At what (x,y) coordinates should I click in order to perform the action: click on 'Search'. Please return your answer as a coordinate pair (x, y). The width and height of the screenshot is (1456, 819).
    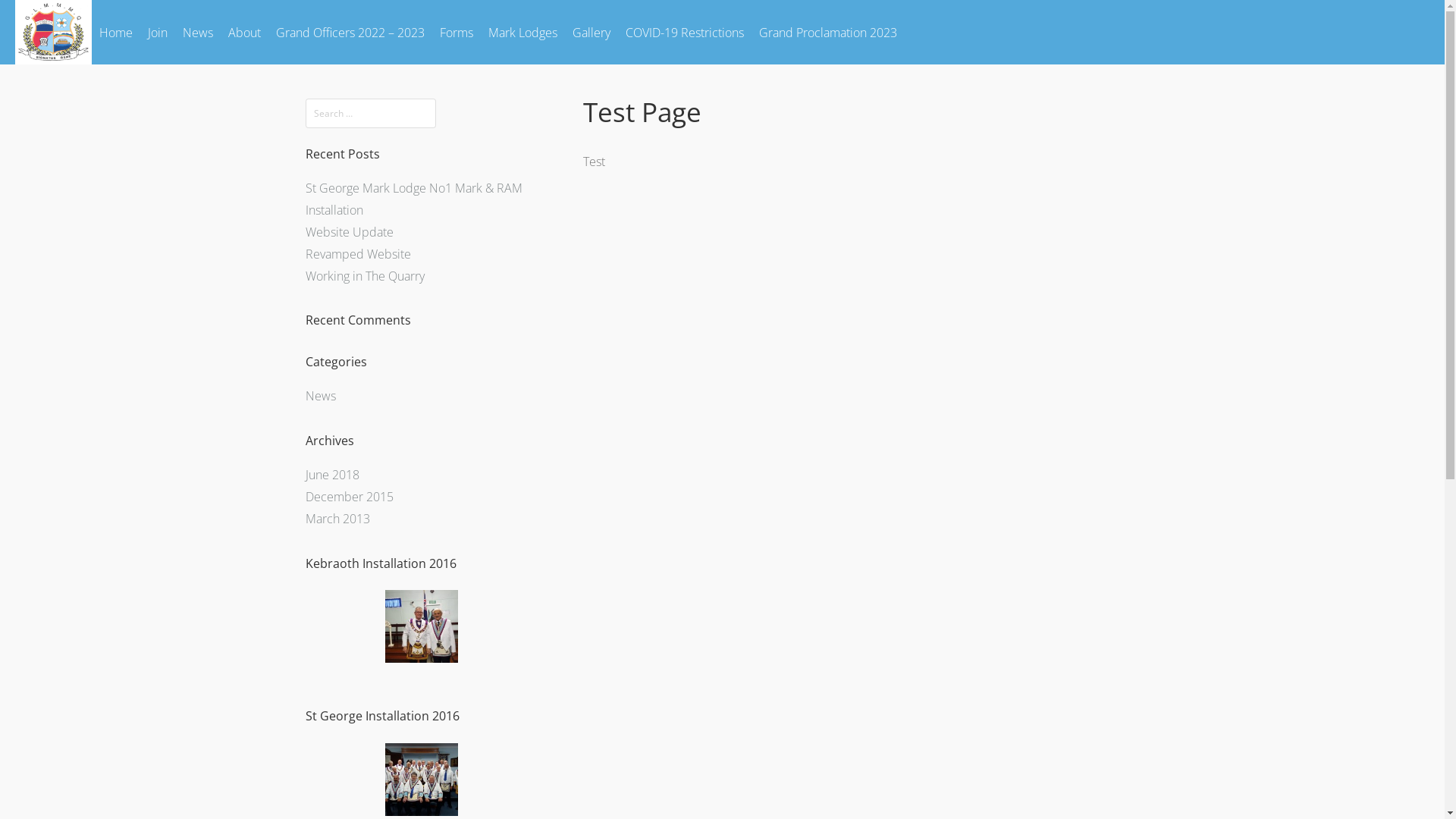
    Looking at the image, I should click on (0, 15).